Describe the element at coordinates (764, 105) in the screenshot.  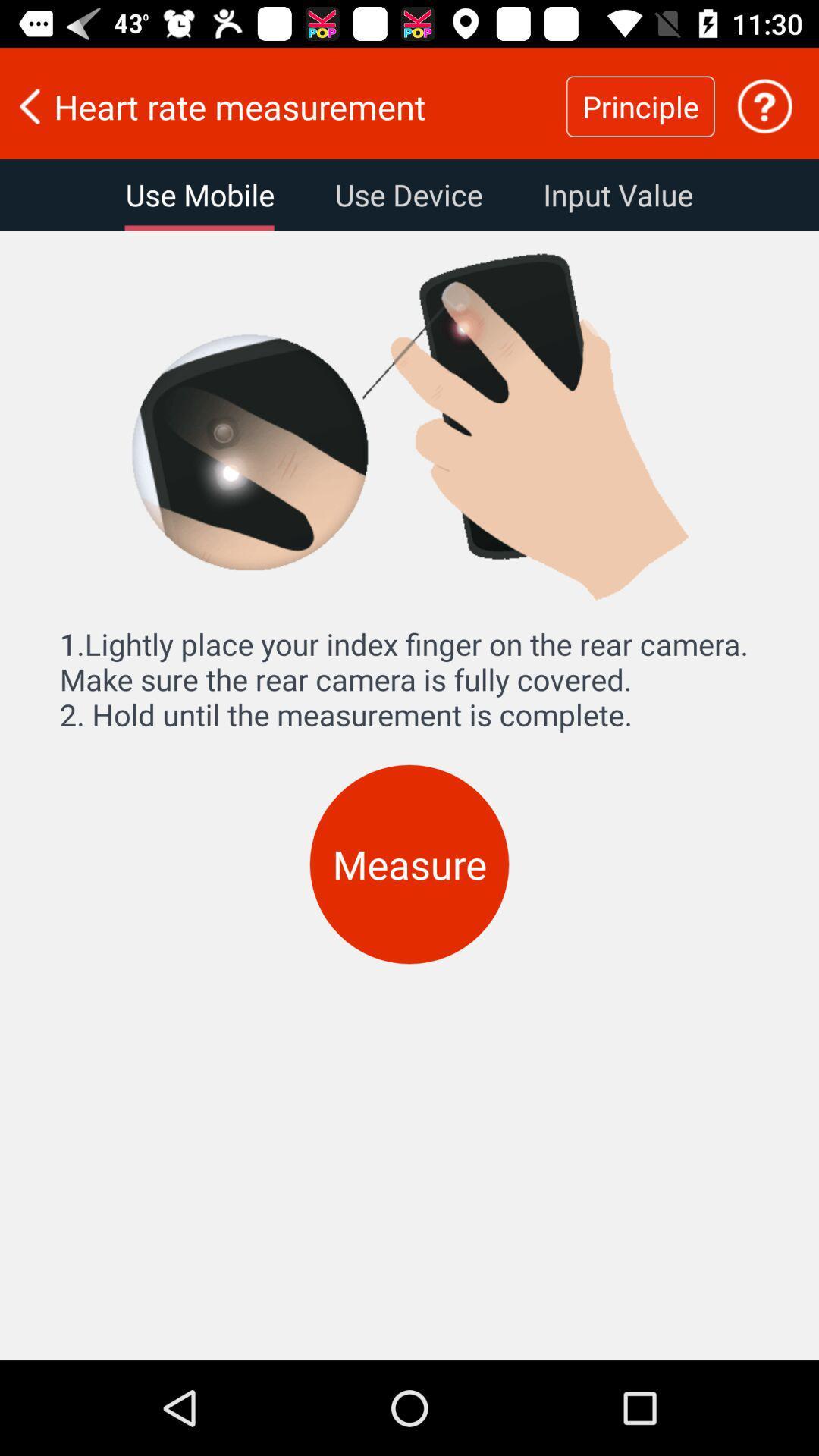
I see `help` at that location.